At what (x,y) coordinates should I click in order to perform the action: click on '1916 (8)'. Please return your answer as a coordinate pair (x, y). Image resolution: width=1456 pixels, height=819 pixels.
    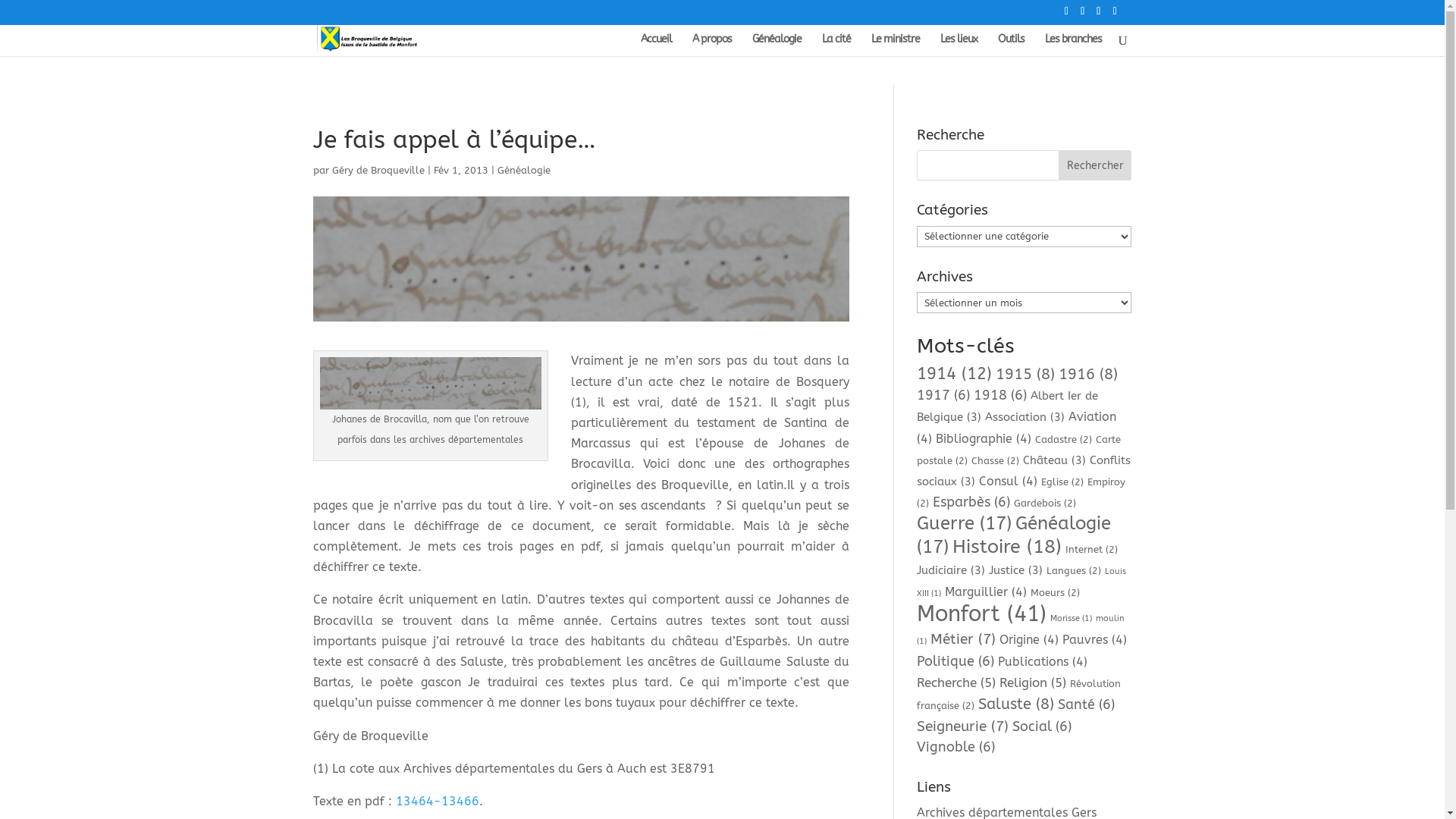
    Looking at the image, I should click on (1087, 374).